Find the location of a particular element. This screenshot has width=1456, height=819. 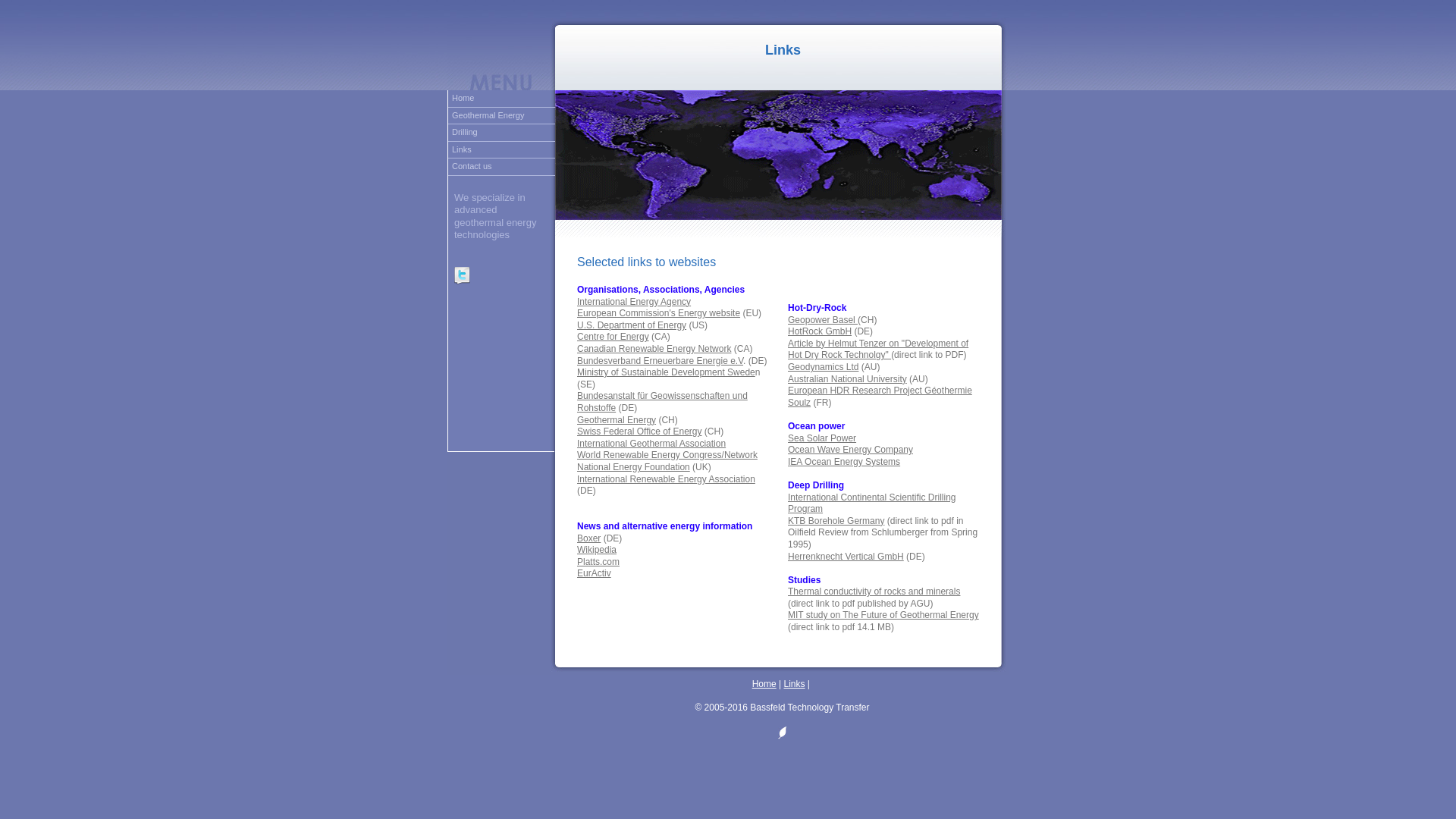

'National Energy Foundation' is located at coordinates (633, 466).